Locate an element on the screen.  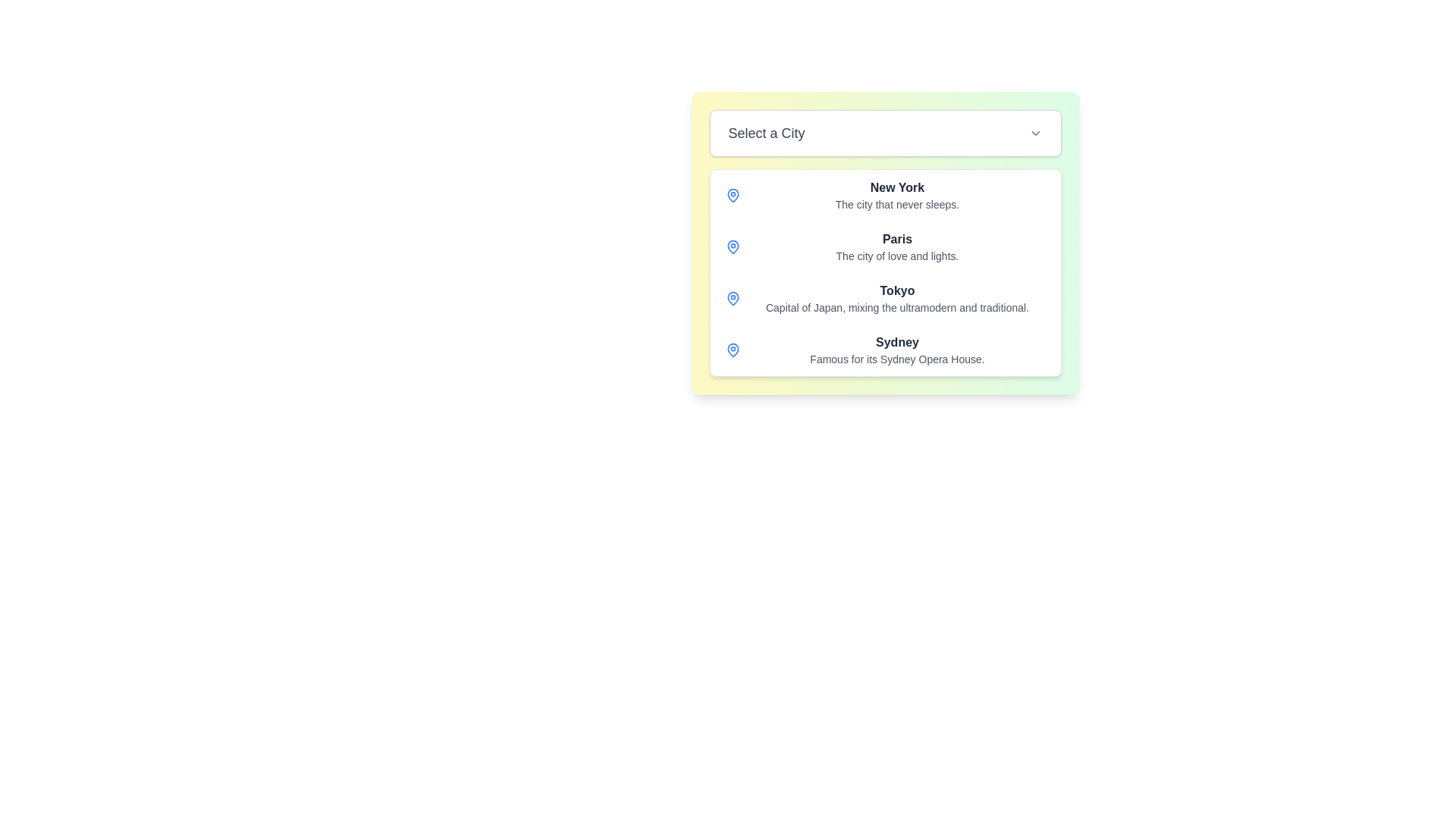
the text display element that shows 'Sydney' in bold font and dark gray color, which is the fourth item in the list of city options is located at coordinates (897, 342).